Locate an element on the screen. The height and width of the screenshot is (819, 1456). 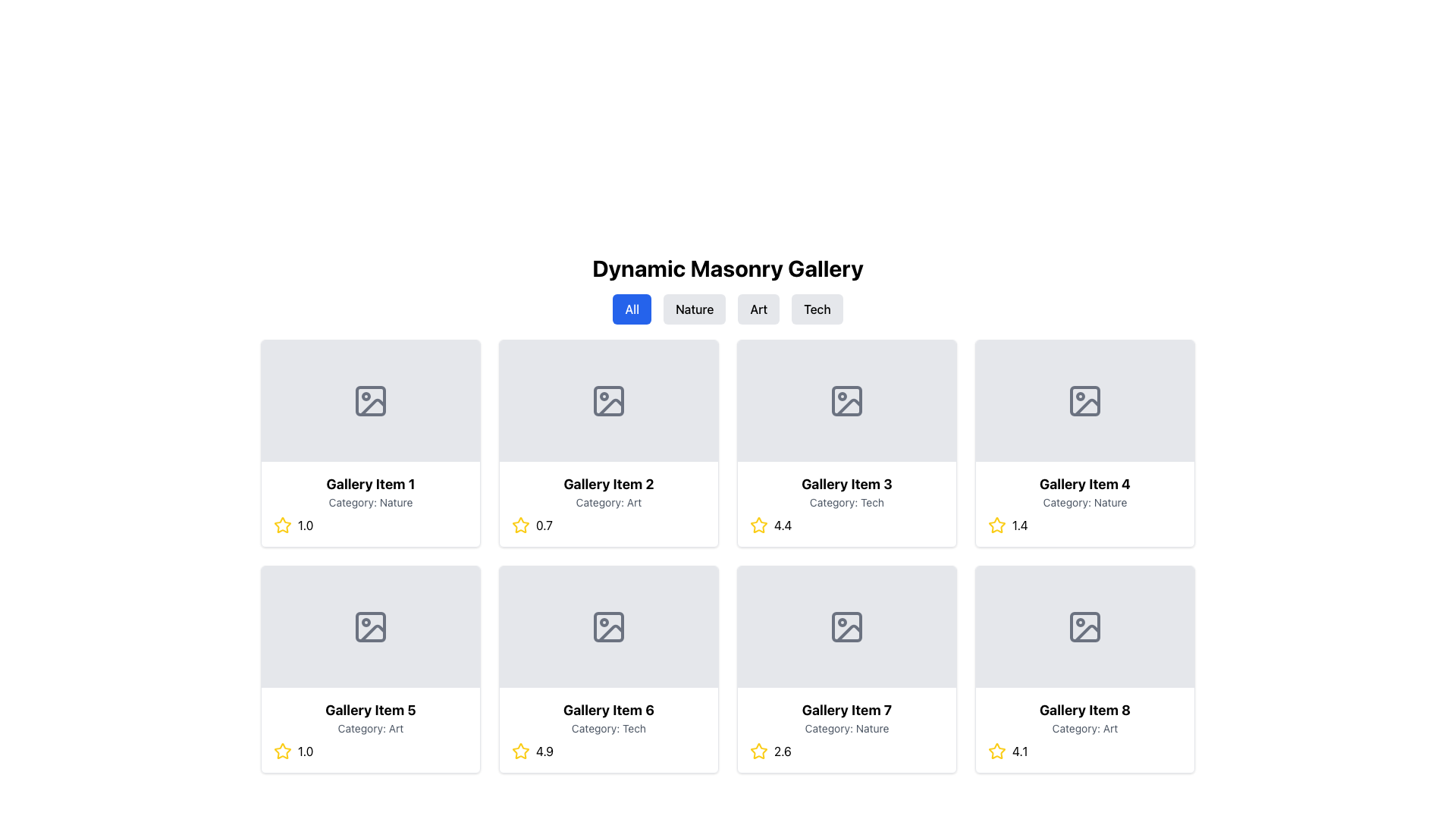
the Decorative SVG element located inside the image placeholder for 'Gallery Item 2', positioned to the bottom-left of the circular part of the image icon is located at coordinates (611, 406).